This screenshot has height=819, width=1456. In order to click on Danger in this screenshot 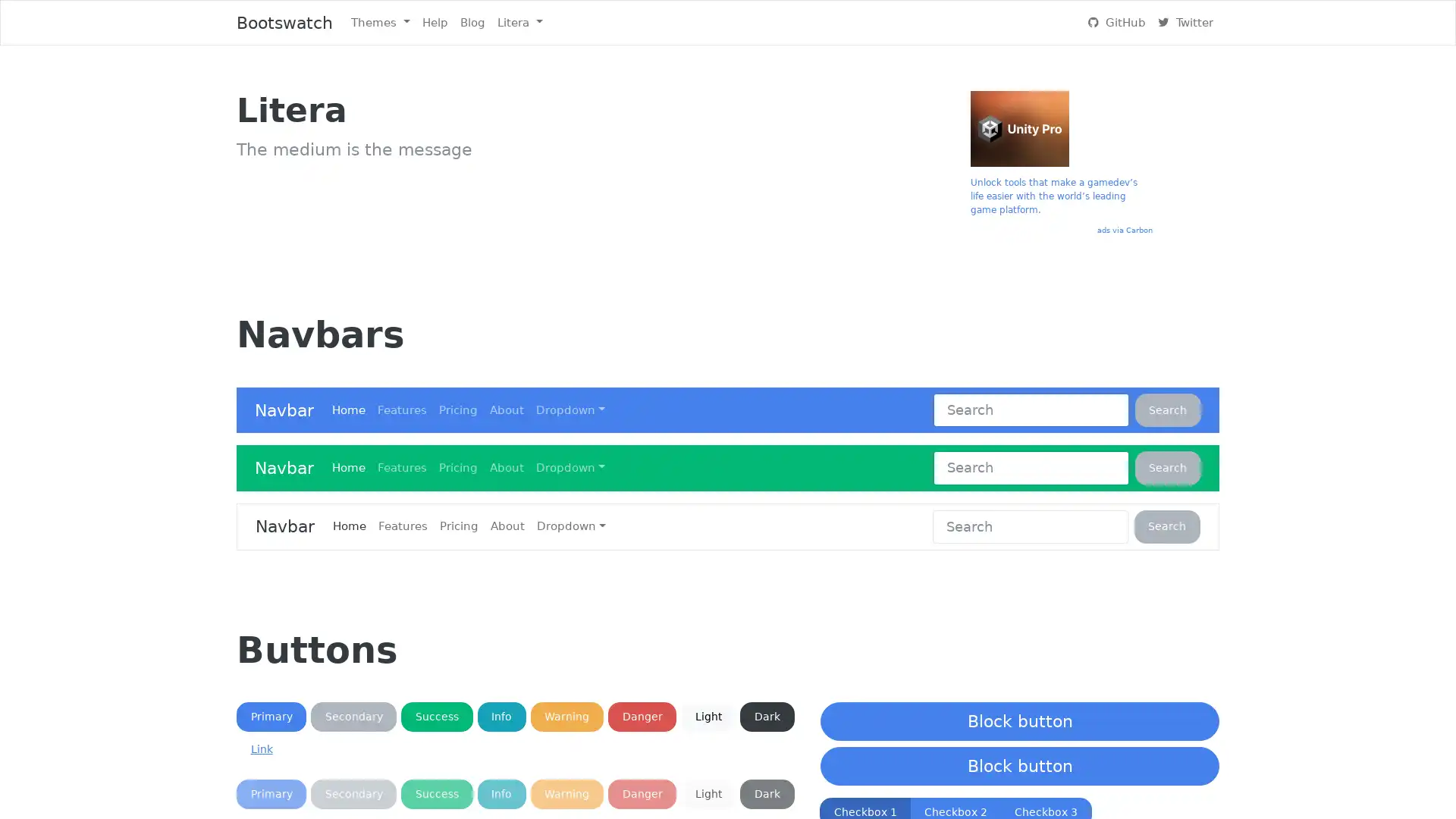, I will do `click(642, 717)`.